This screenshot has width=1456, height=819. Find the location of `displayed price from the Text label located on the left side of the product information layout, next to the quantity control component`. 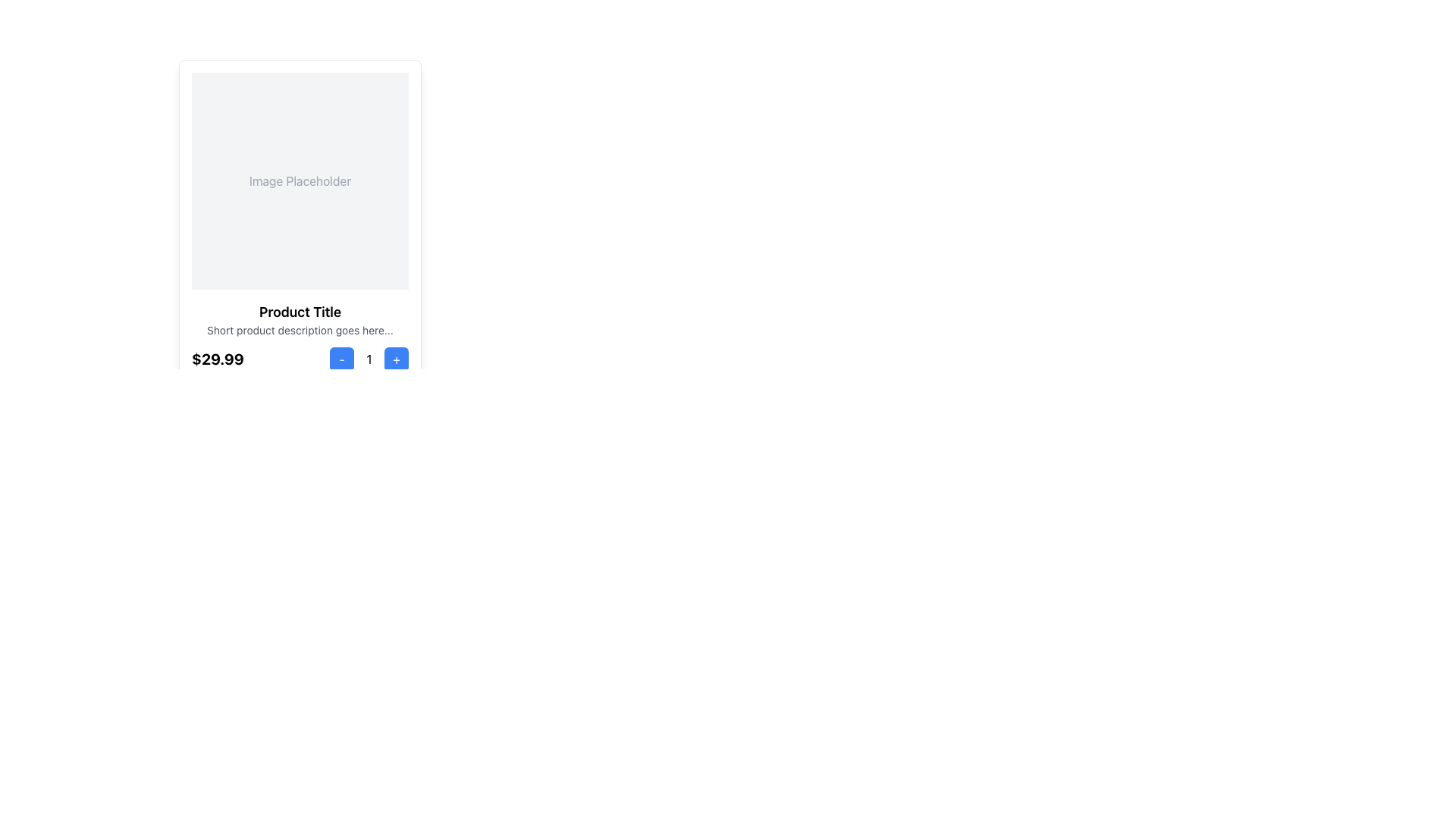

displayed price from the Text label located on the left side of the product information layout, next to the quantity control component is located at coordinates (217, 359).